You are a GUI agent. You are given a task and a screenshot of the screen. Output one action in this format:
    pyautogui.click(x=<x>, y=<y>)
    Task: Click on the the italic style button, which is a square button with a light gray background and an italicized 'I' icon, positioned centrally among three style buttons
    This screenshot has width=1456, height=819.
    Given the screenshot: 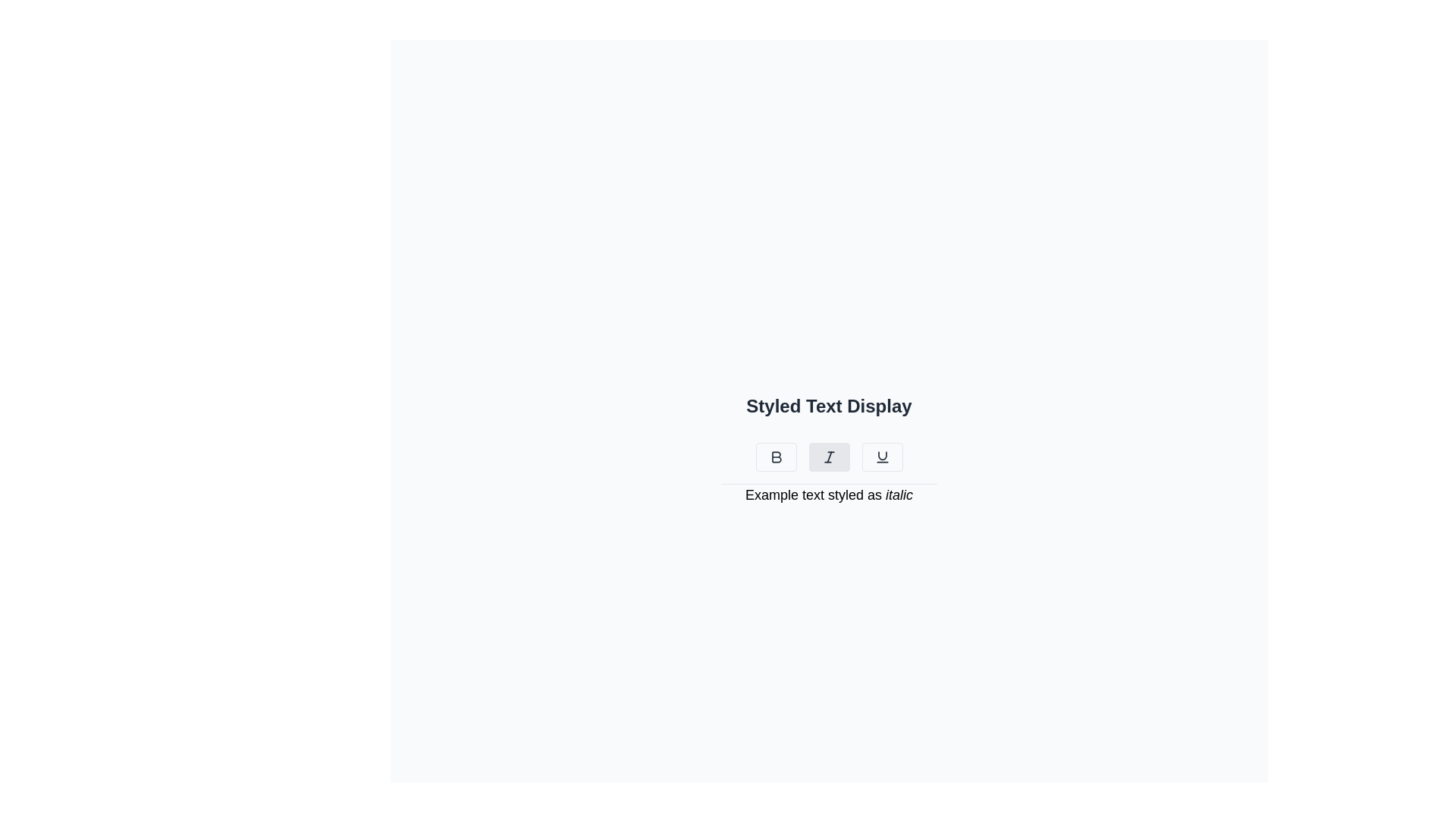 What is the action you would take?
    pyautogui.click(x=828, y=456)
    